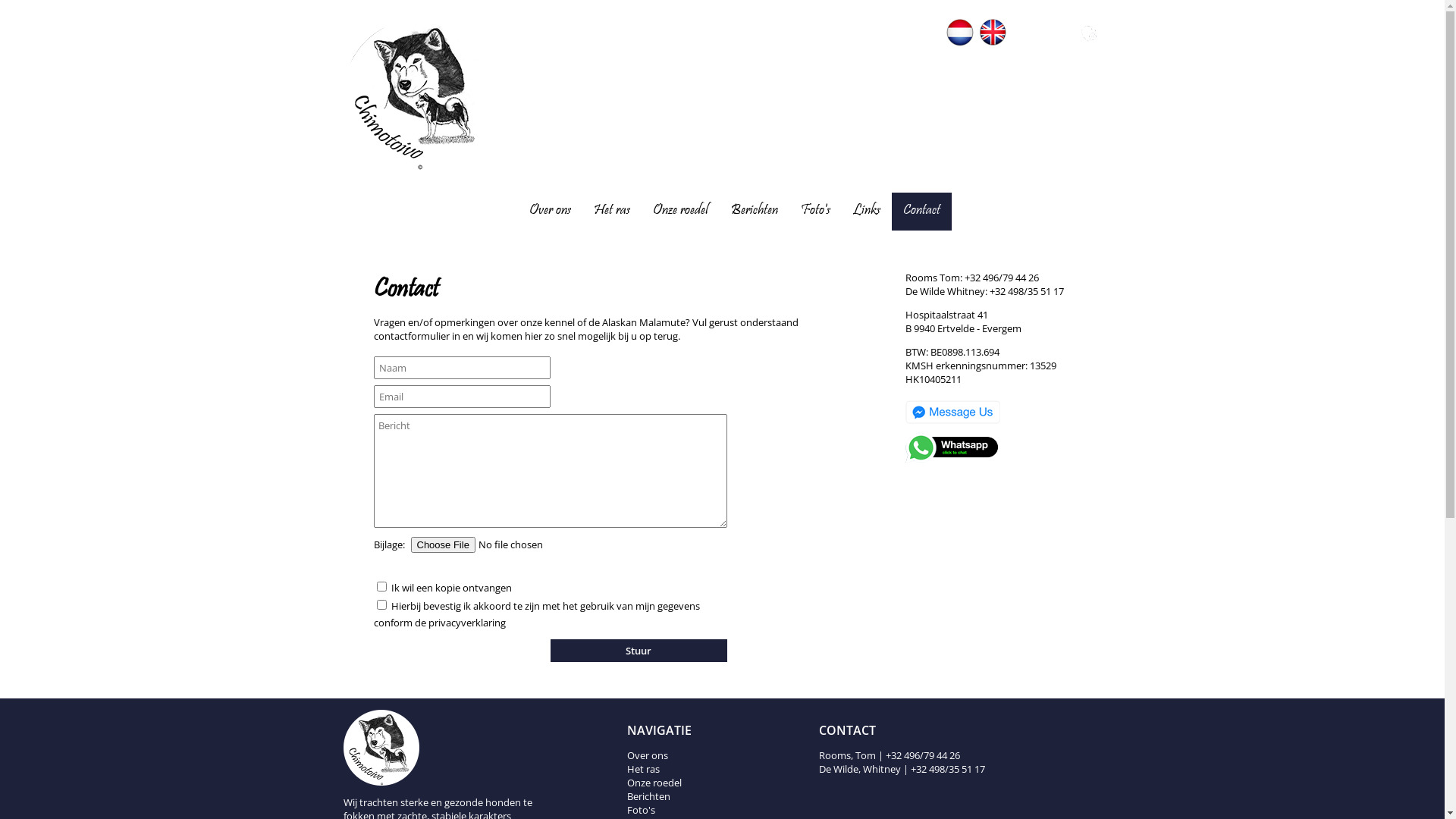 The image size is (1456, 819). What do you see at coordinates (341, 166) in the screenshot?
I see `'Chimotoivo Alaskan Malamute Kennel'` at bounding box center [341, 166].